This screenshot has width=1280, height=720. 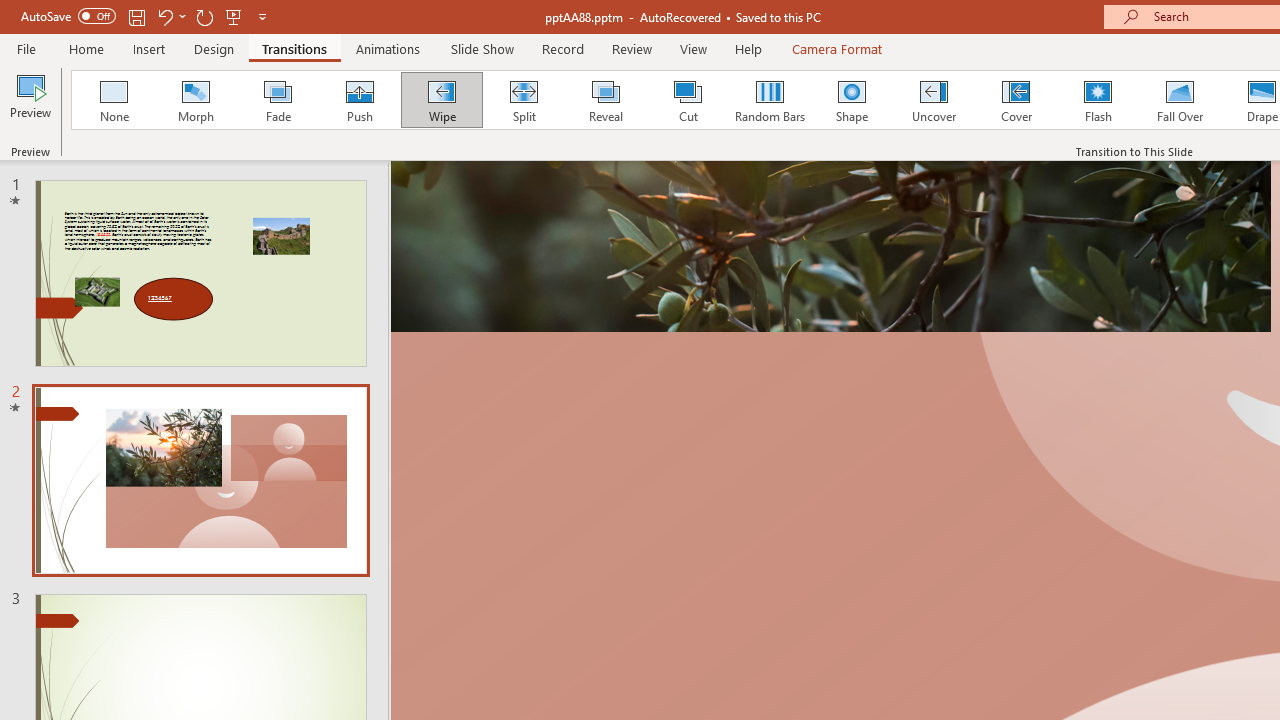 I want to click on 'Cover', so click(x=1016, y=100).